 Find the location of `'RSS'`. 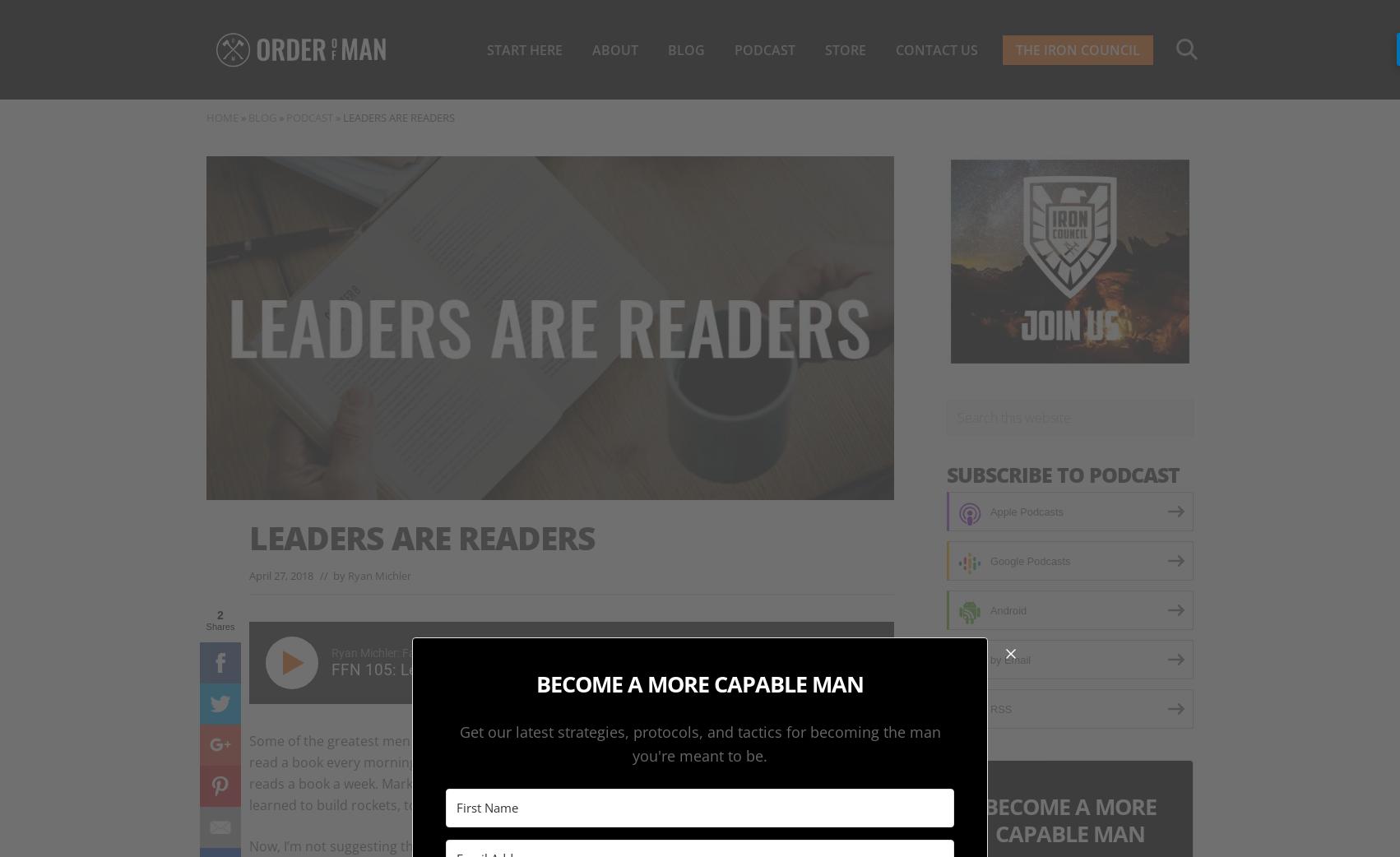

'RSS' is located at coordinates (1000, 708).